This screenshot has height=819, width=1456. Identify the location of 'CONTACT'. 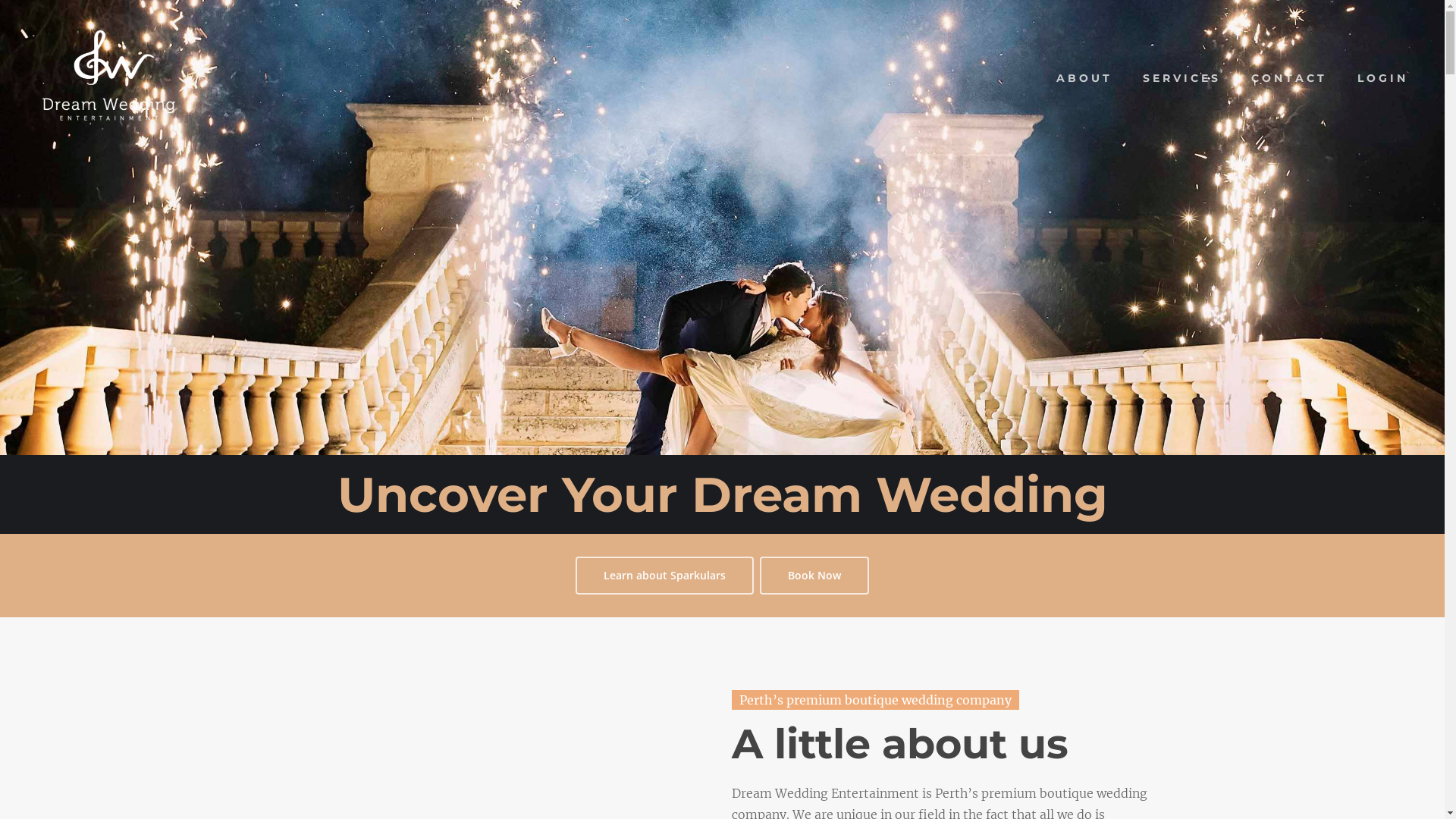
(1288, 78).